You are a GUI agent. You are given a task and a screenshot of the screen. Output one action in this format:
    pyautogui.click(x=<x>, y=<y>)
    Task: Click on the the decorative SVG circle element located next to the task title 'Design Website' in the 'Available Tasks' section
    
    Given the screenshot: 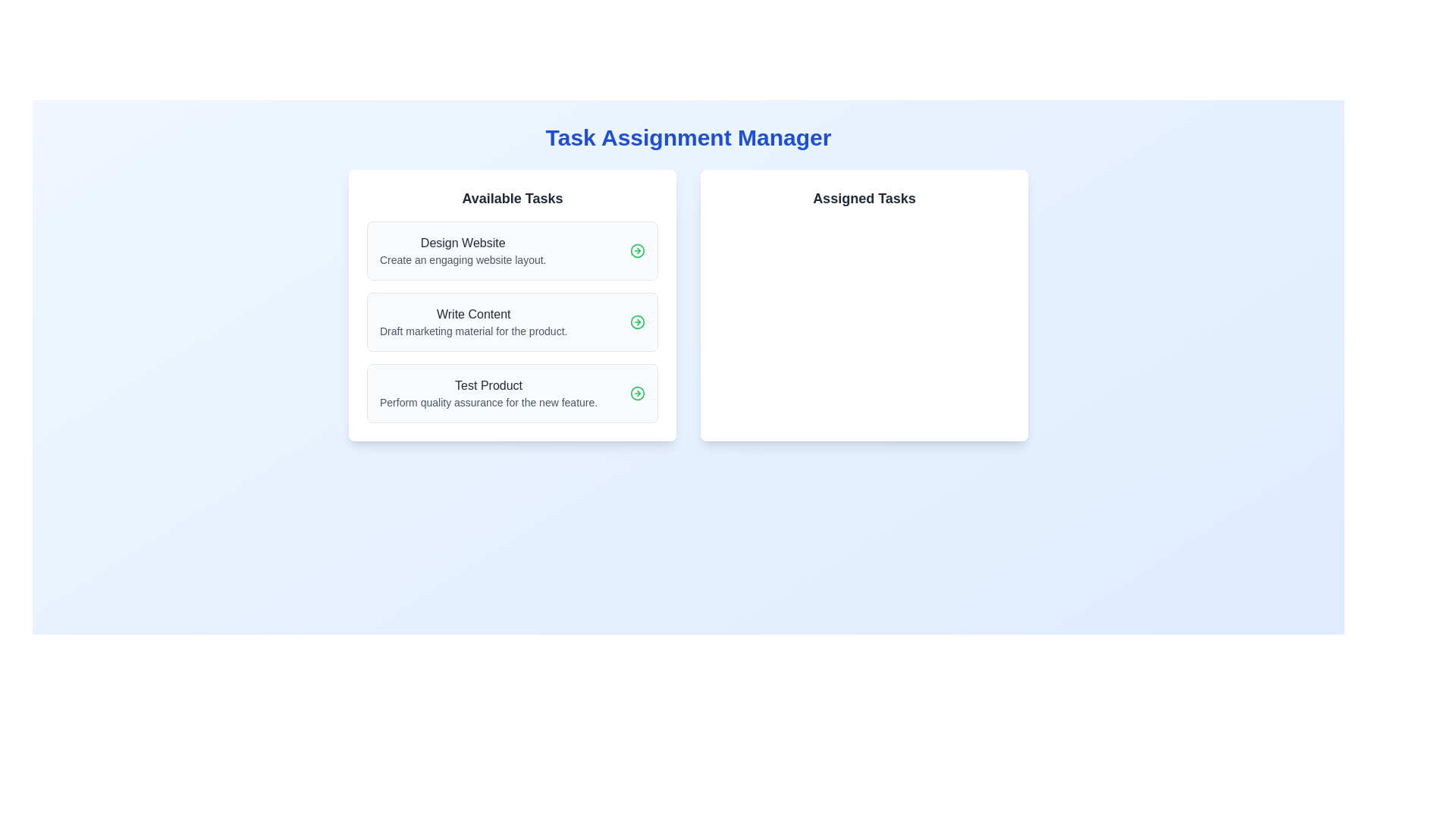 What is the action you would take?
    pyautogui.click(x=637, y=250)
    